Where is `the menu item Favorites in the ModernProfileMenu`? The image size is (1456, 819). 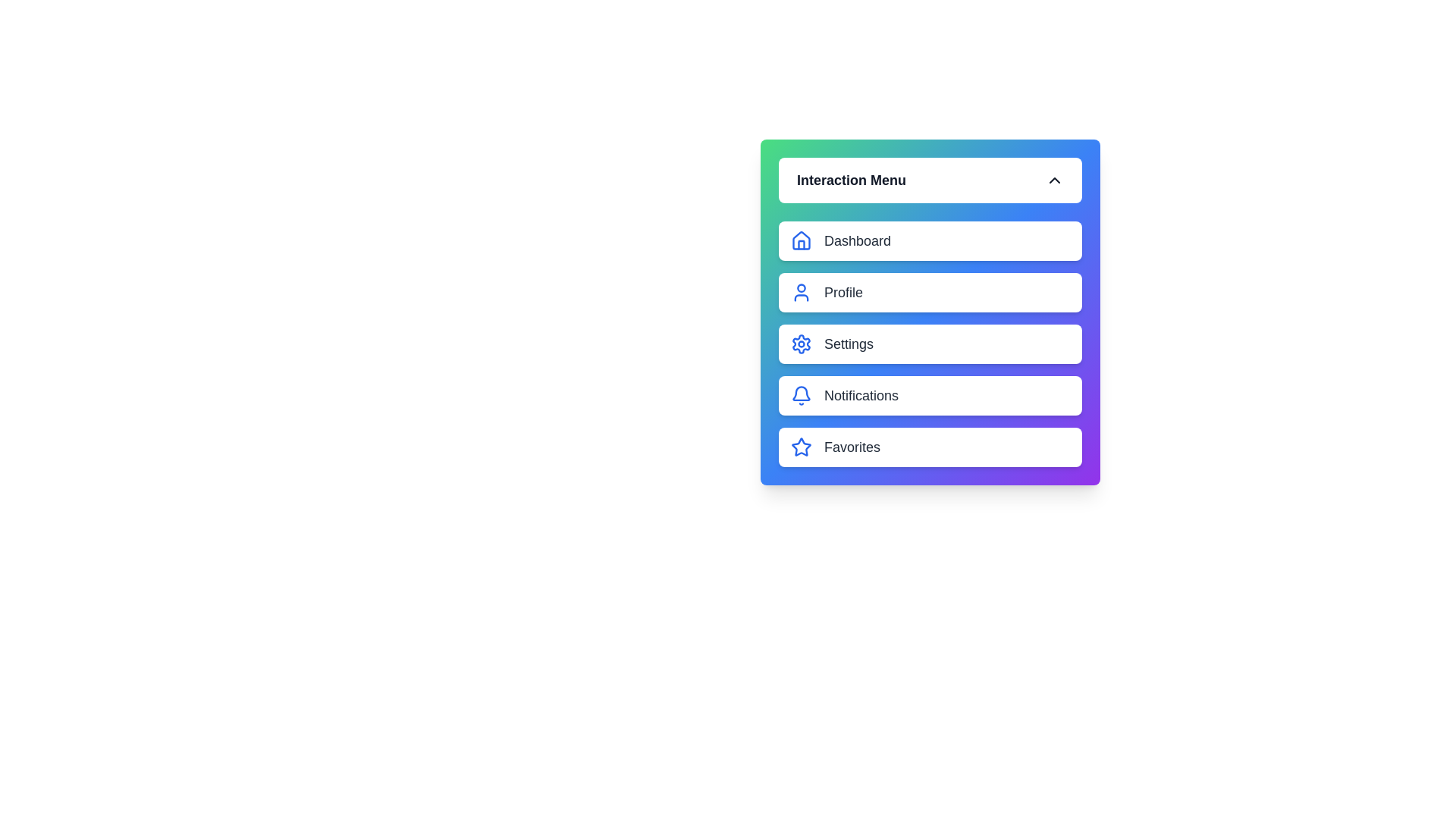
the menu item Favorites in the ModernProfileMenu is located at coordinates (930, 447).